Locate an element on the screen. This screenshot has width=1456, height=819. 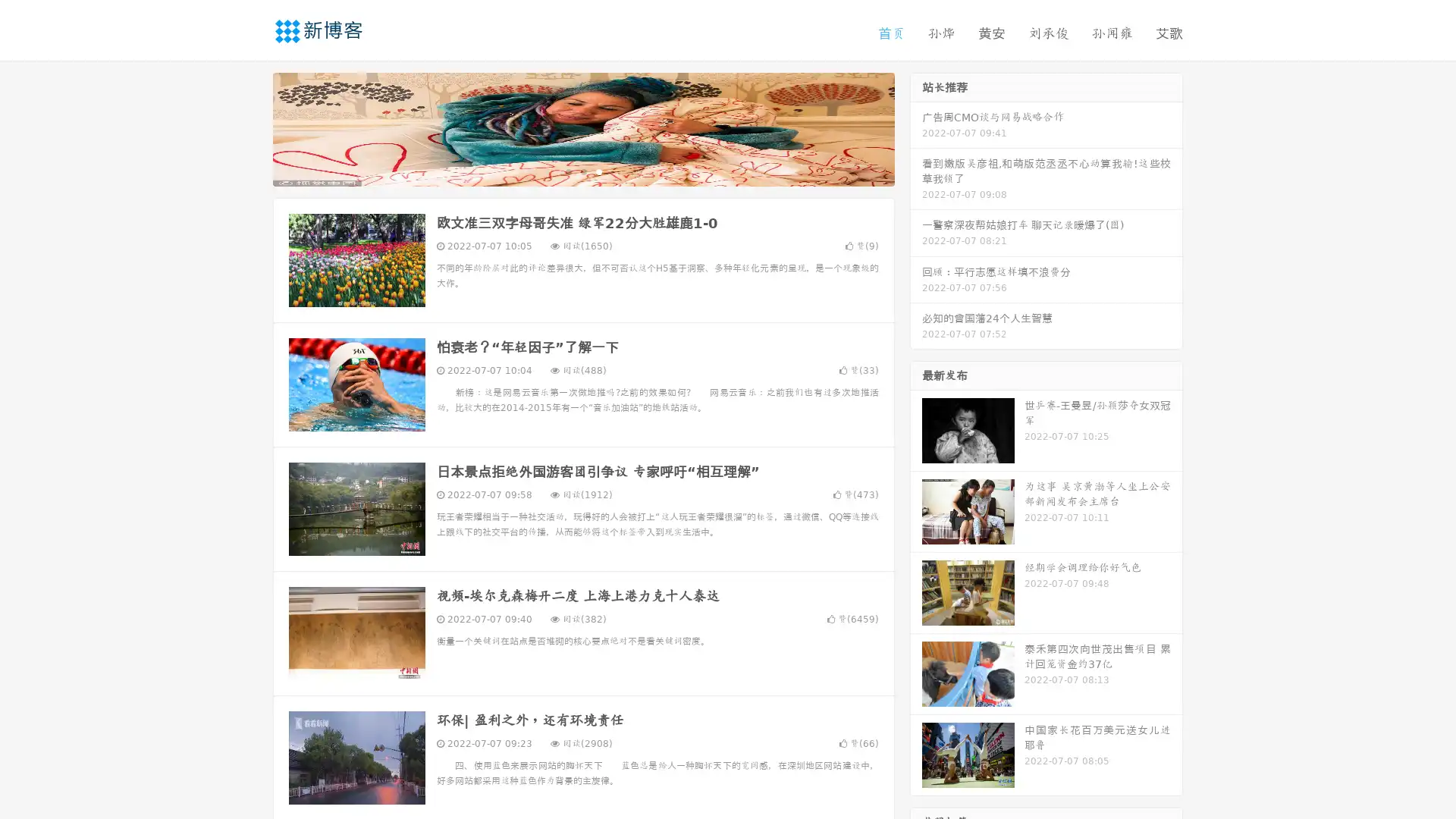
Previous slide is located at coordinates (250, 127).